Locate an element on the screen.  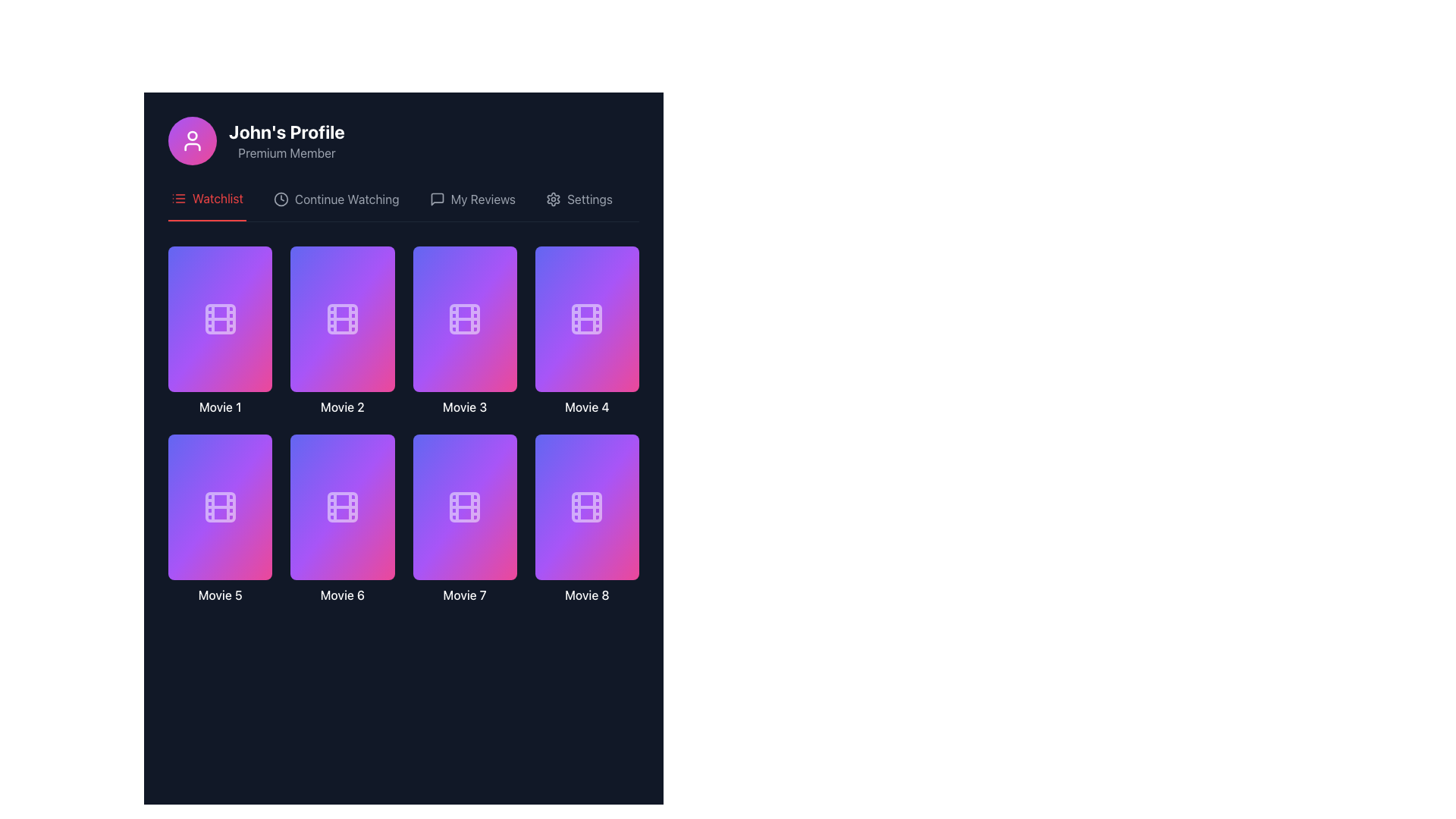
the group of interactive buttons in the footer section of the card for 'Movie 5' is located at coordinates (219, 543).